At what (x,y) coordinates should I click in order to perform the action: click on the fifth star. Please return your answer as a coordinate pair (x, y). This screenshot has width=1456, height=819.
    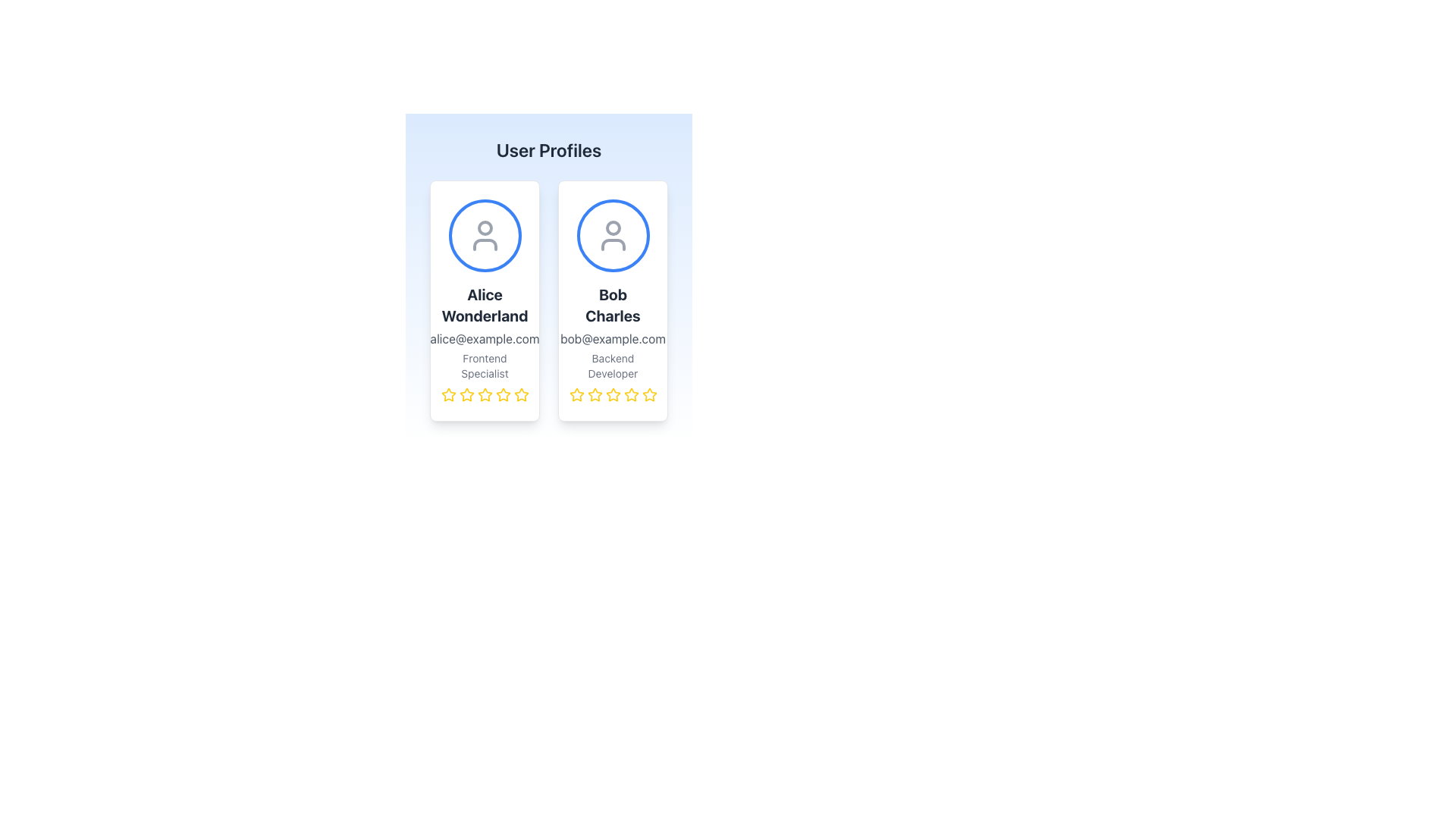
    Looking at the image, I should click on (649, 394).